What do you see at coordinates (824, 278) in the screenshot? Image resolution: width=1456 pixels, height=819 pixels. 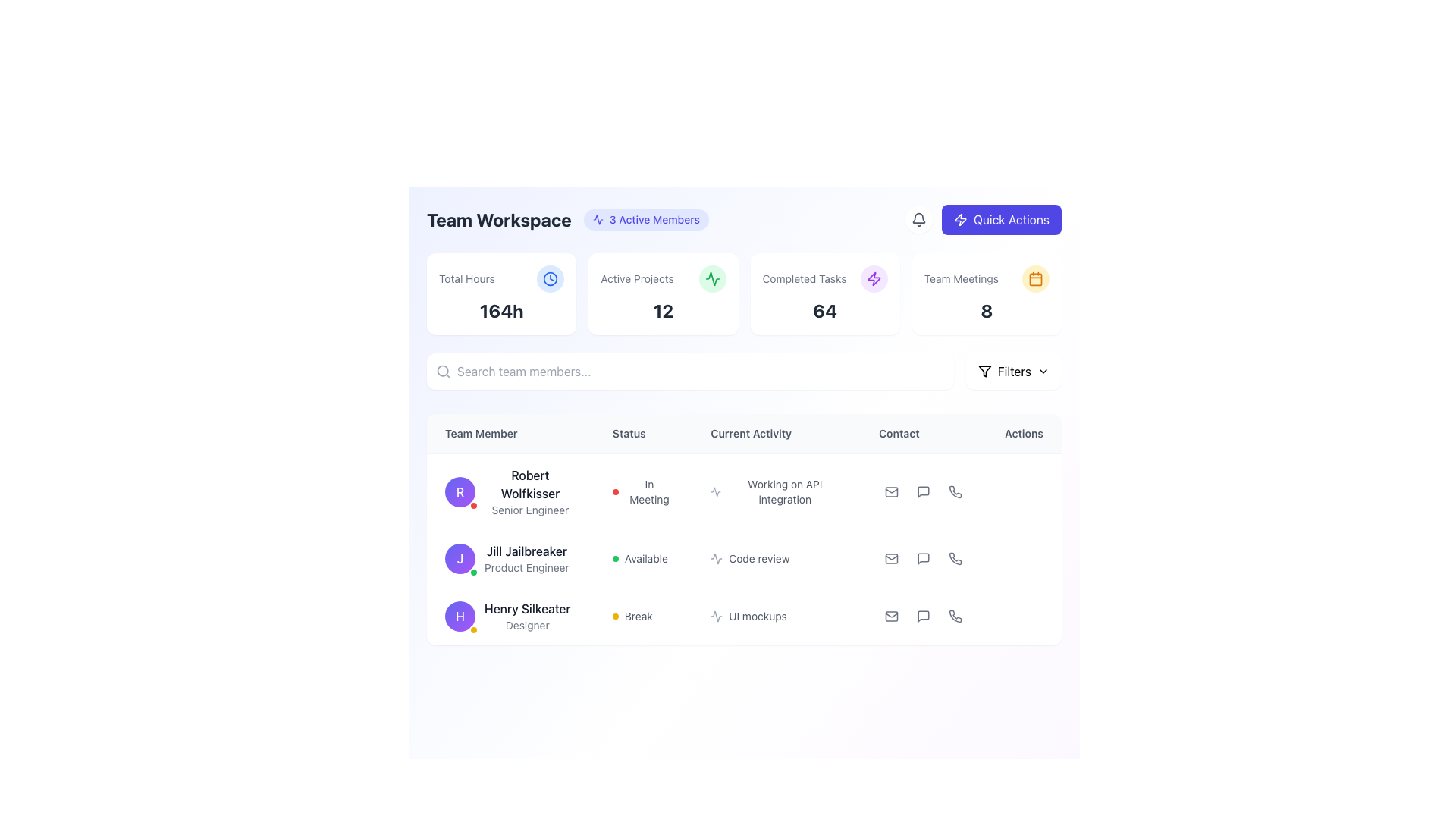 I see `the Static Text Header with Icon that summarizes the count of completed tasks, located in the third box from the left in the summary cards` at bounding box center [824, 278].